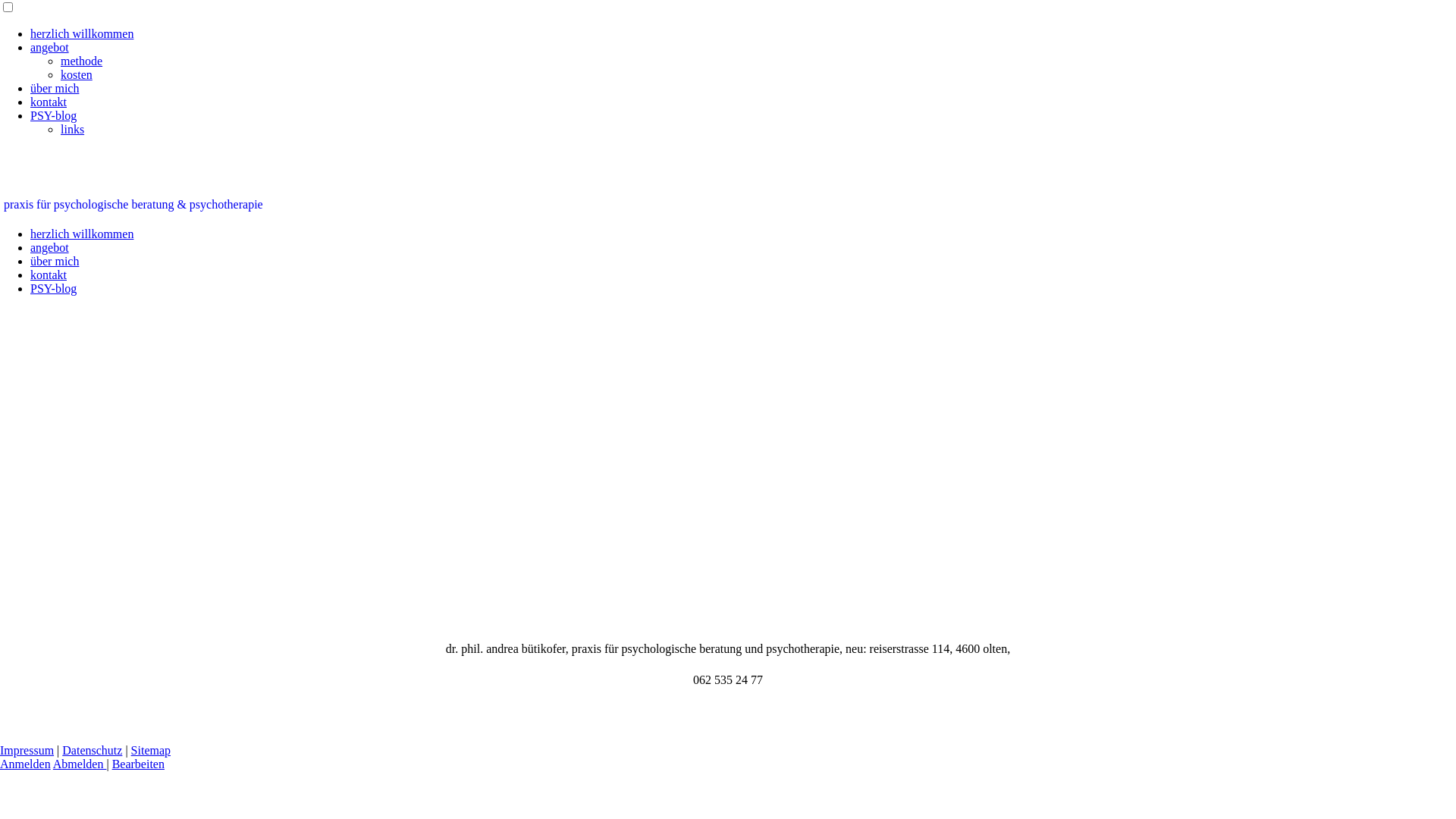 This screenshot has width=1456, height=819. I want to click on 'Abmelden', so click(79, 764).